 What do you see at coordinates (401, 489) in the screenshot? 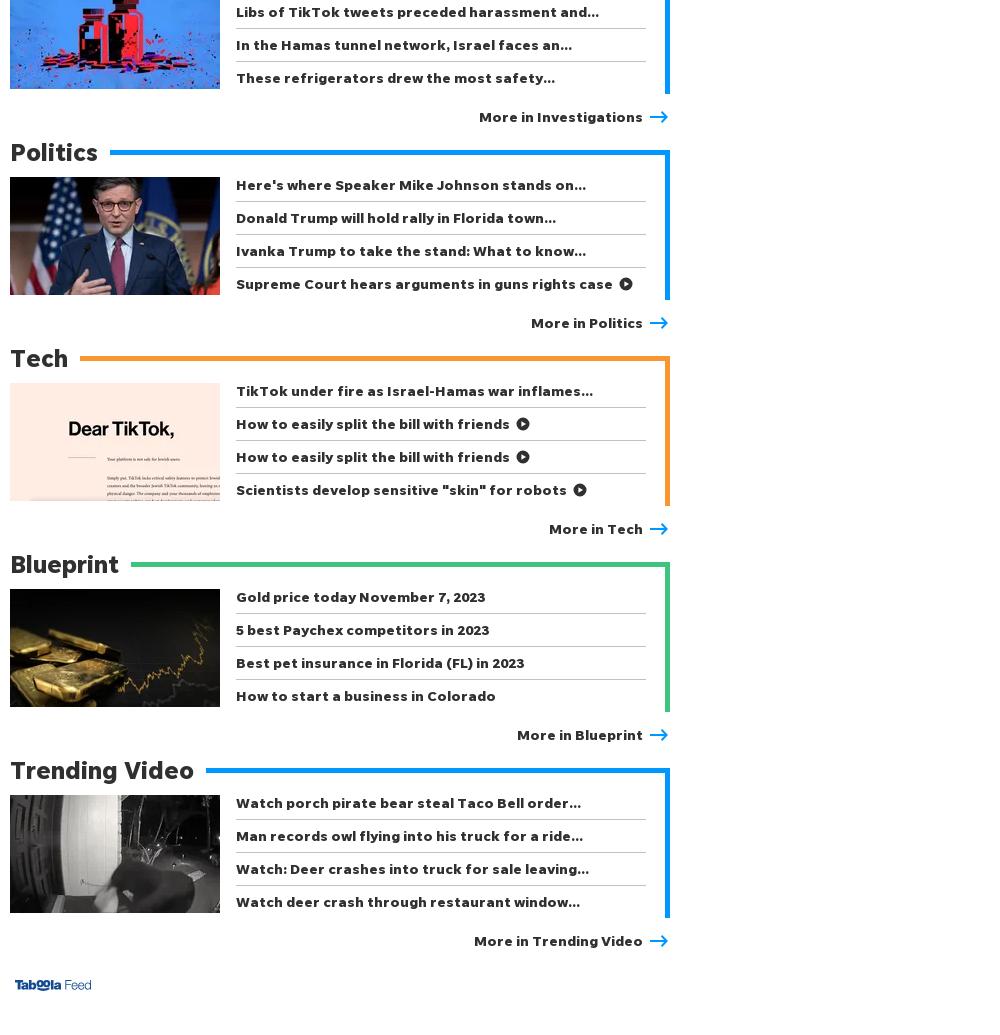
I see `'Scientists develop sensitive "skin" for robots'` at bounding box center [401, 489].